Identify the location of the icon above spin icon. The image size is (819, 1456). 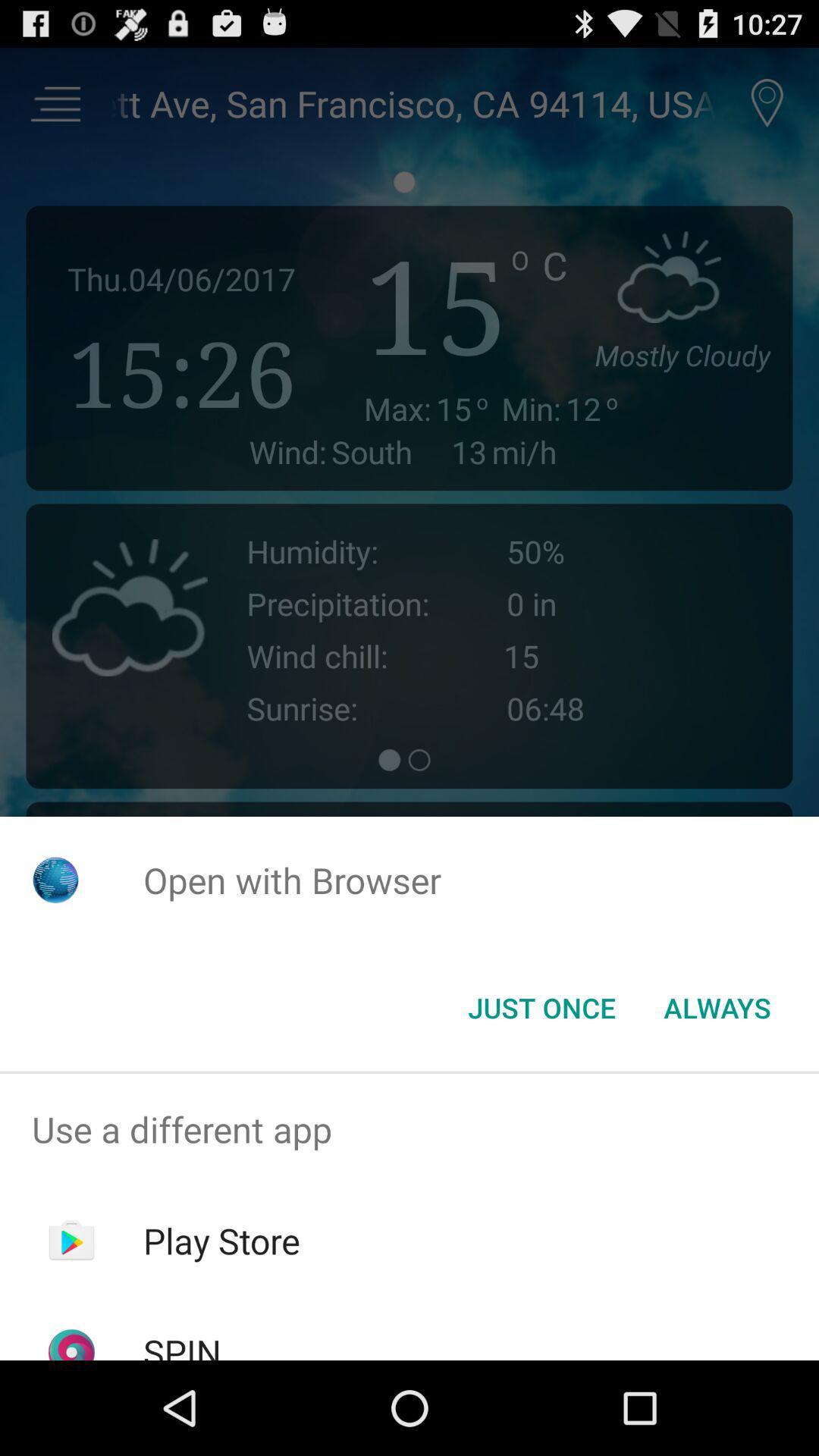
(221, 1241).